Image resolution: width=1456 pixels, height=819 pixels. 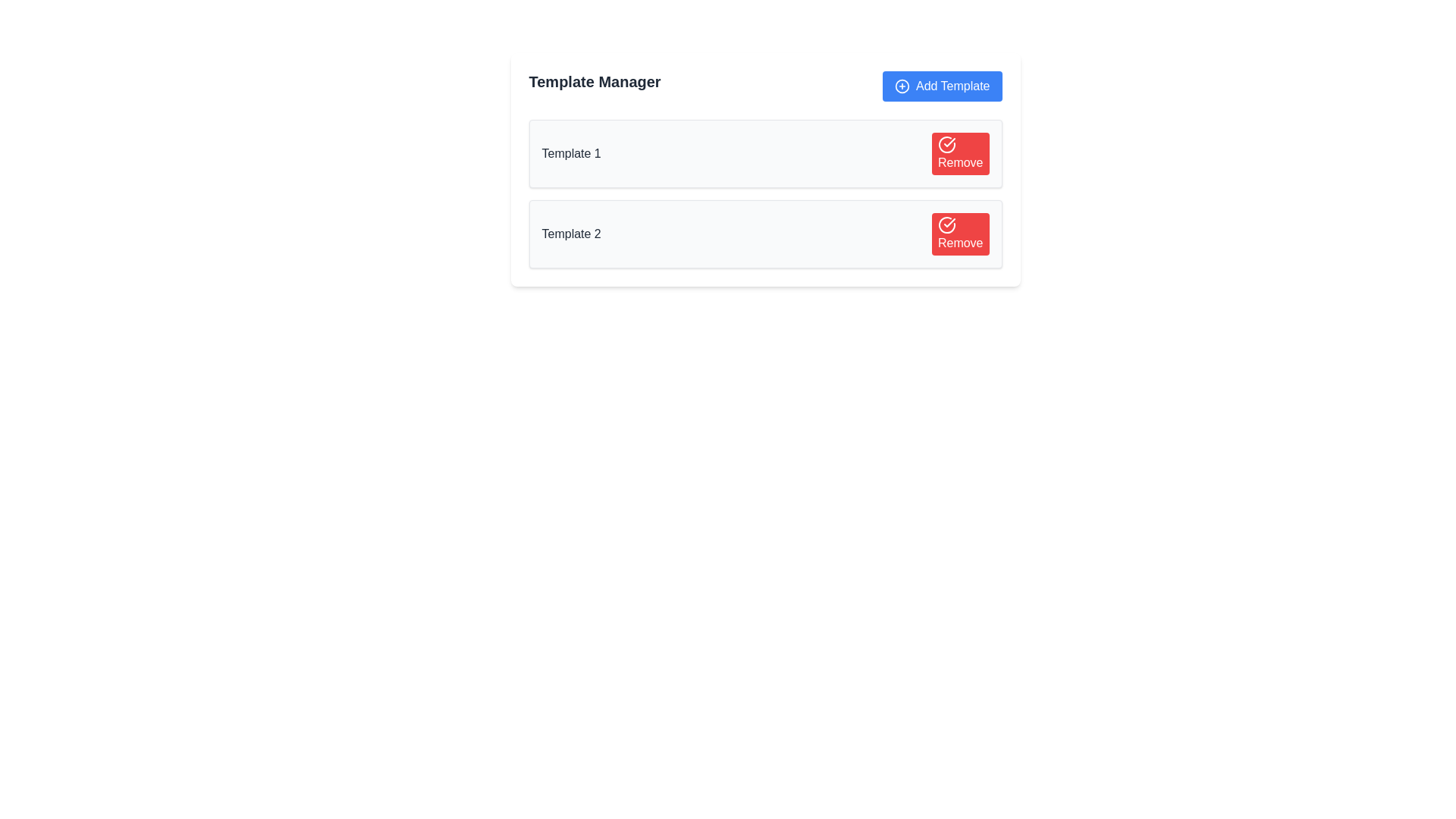 I want to click on the 'Add Template' button with a blue background and white text located on the right side of the 'Template Manager' header, so click(x=941, y=86).